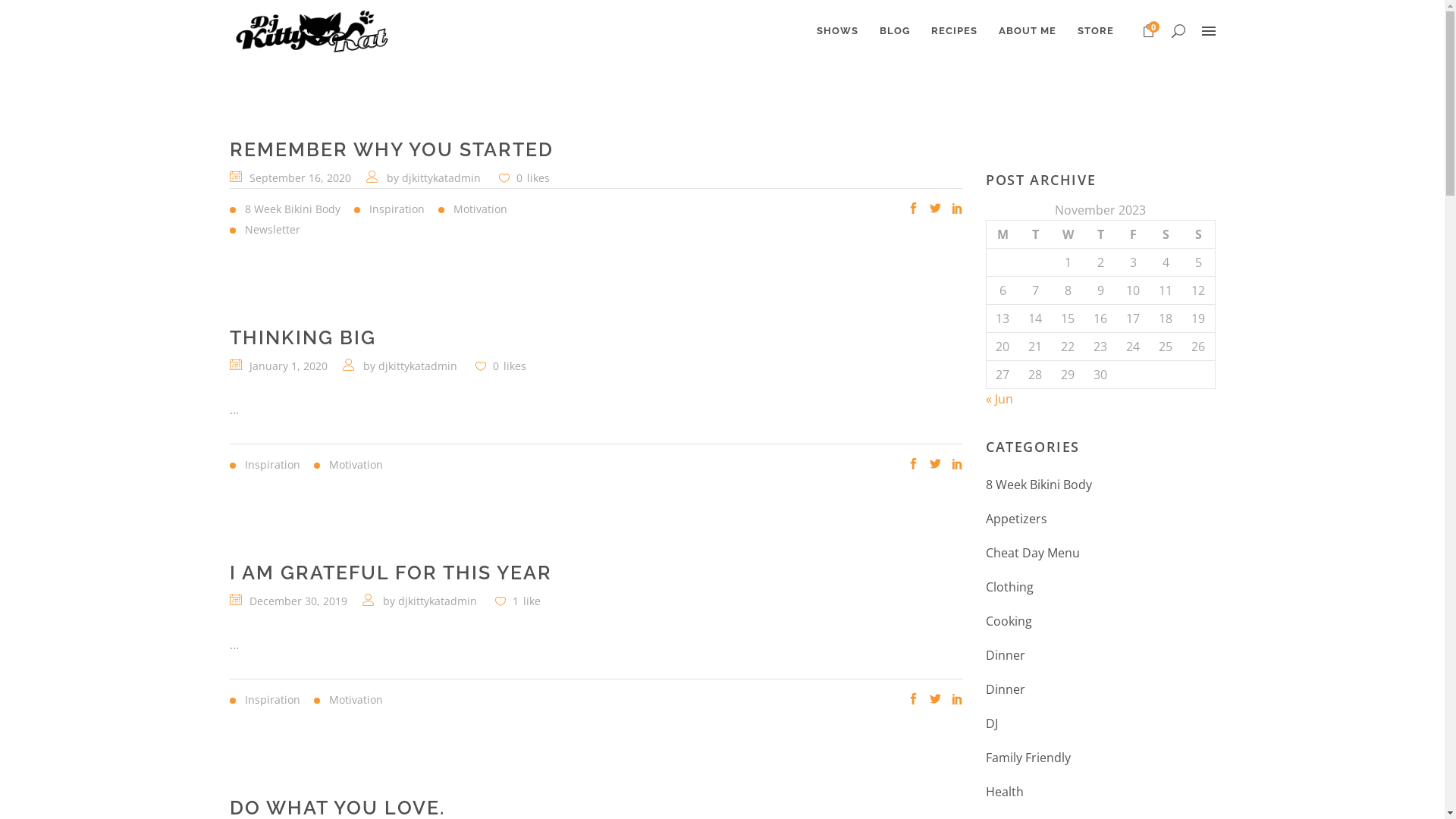 The image size is (1456, 819). I want to click on 'Health', so click(1004, 791).